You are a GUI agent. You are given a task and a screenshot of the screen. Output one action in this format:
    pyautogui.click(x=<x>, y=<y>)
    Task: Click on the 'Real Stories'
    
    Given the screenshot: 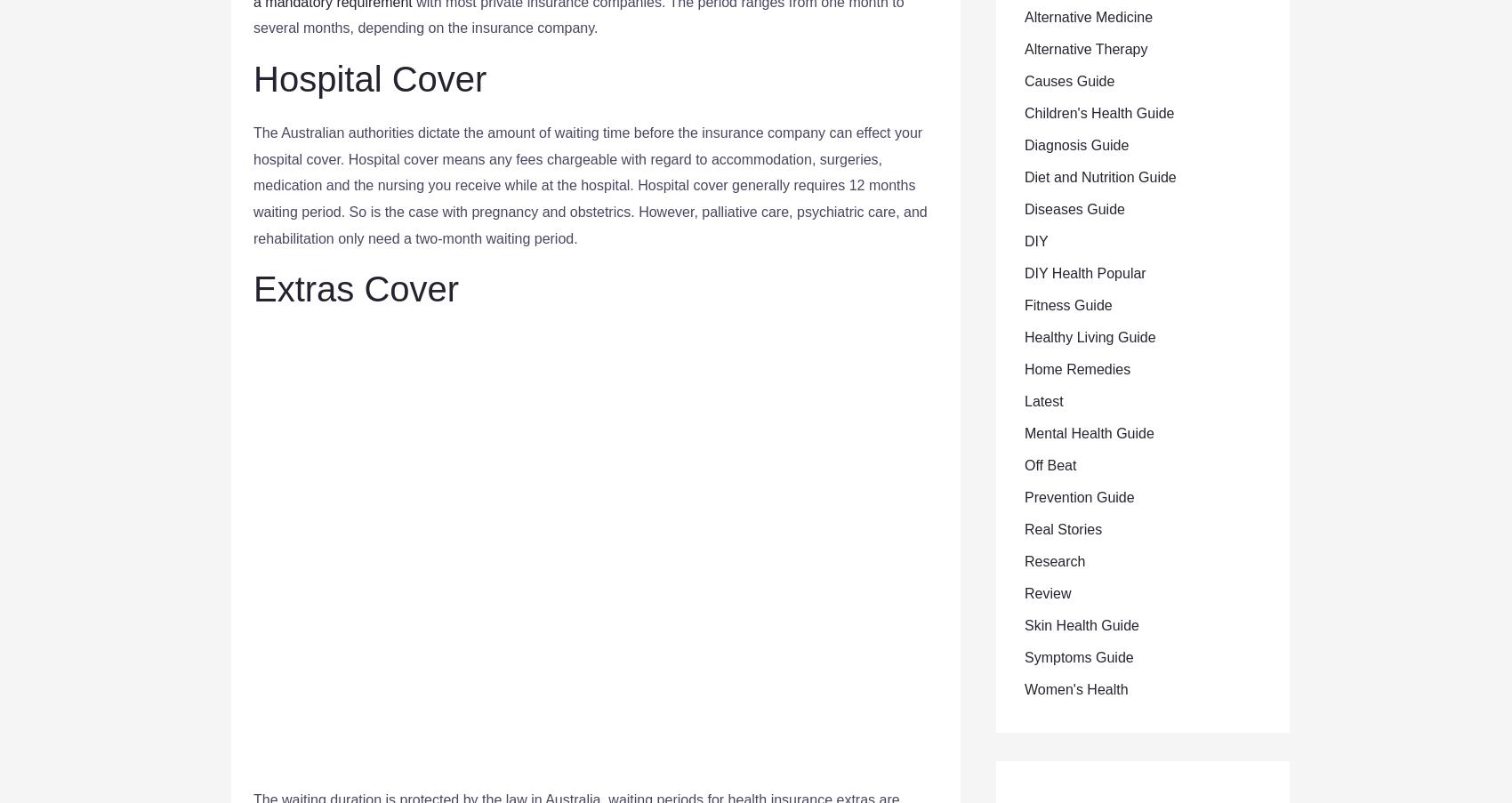 What is the action you would take?
    pyautogui.click(x=1062, y=529)
    